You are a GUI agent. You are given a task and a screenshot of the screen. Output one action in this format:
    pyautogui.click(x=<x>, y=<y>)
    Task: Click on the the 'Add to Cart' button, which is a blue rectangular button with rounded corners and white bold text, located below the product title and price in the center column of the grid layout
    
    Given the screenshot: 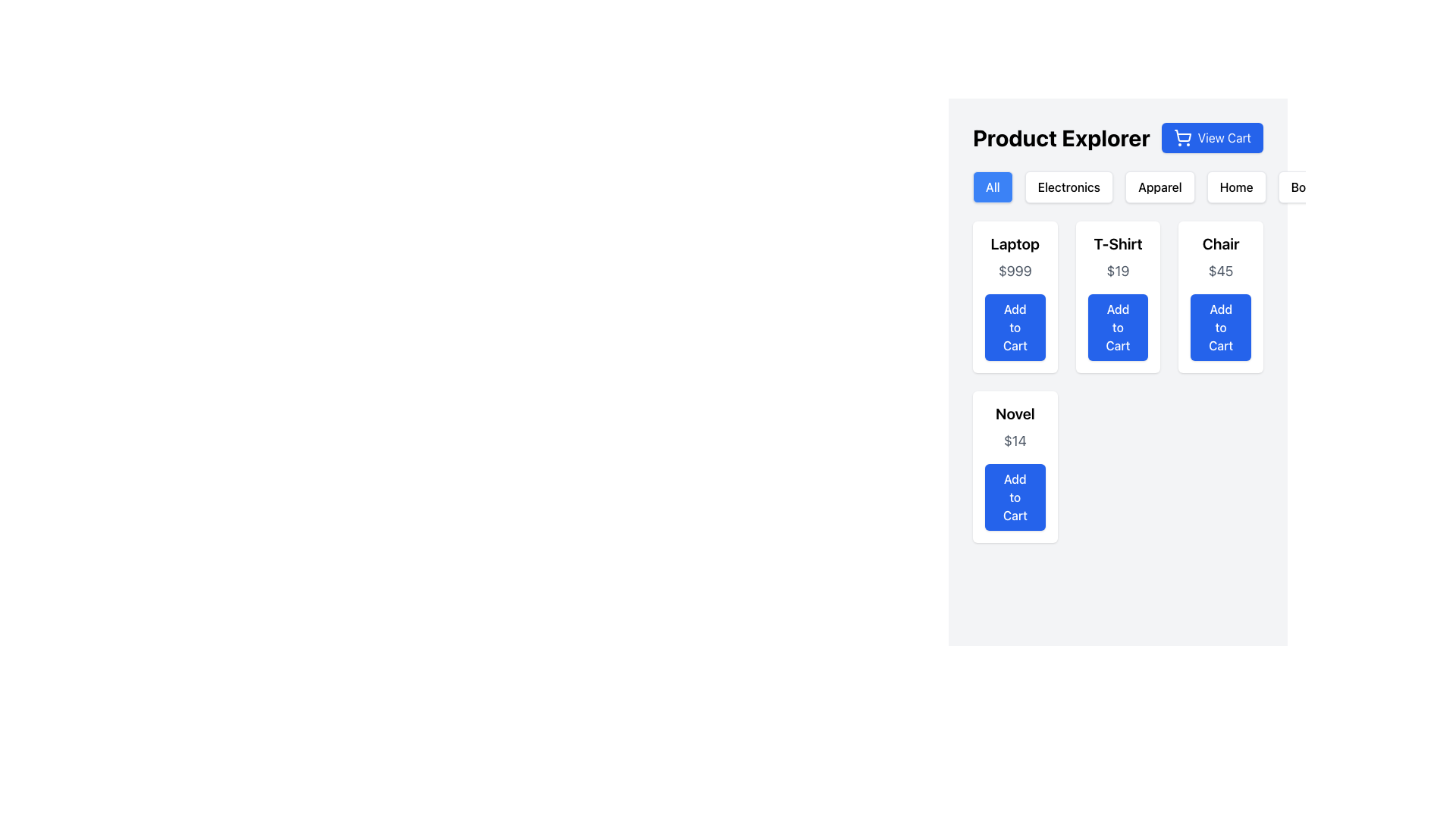 What is the action you would take?
    pyautogui.click(x=1117, y=327)
    